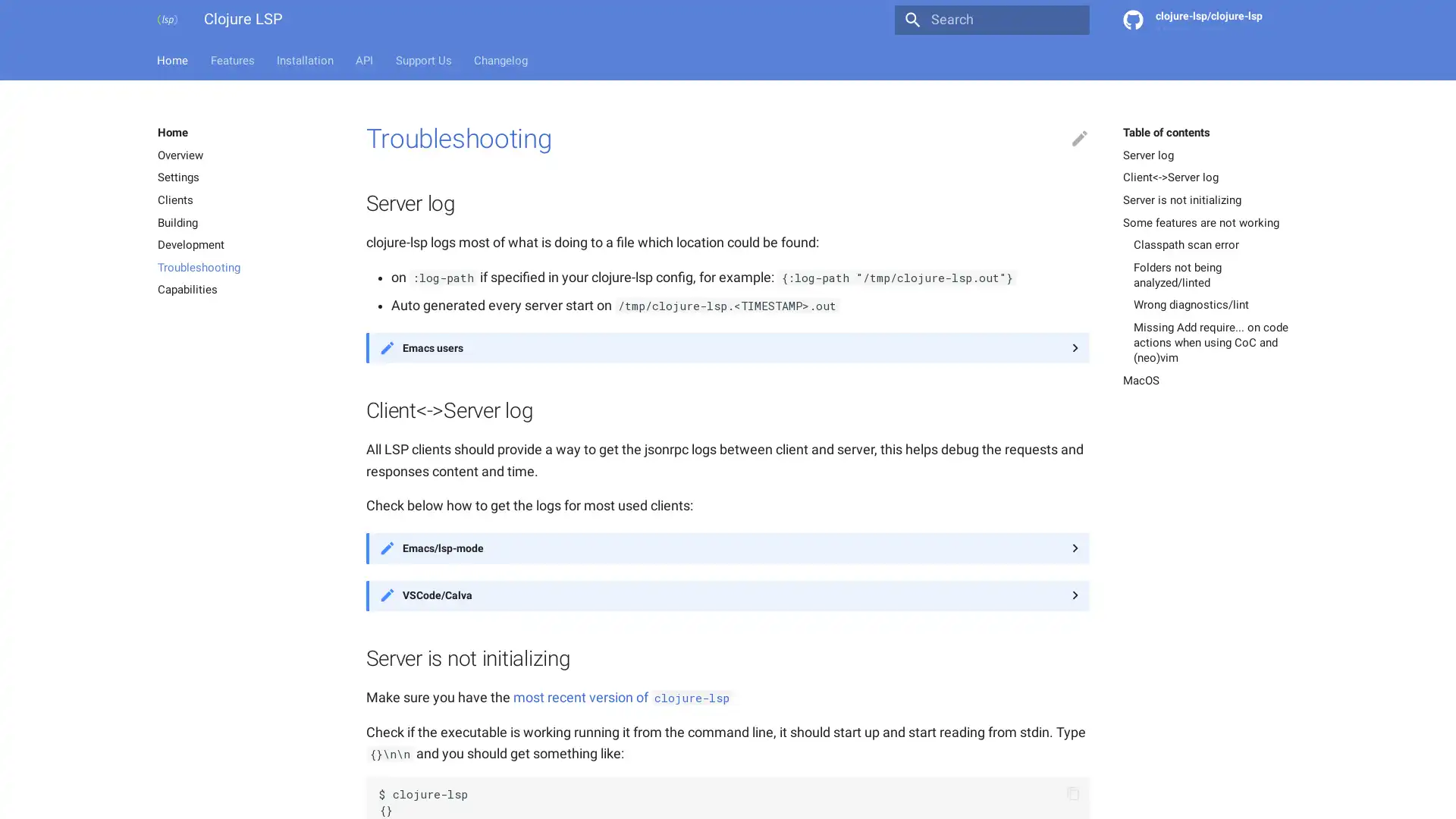 The height and width of the screenshot is (819, 1456). I want to click on Copy to clipboard, so click(1072, 792).